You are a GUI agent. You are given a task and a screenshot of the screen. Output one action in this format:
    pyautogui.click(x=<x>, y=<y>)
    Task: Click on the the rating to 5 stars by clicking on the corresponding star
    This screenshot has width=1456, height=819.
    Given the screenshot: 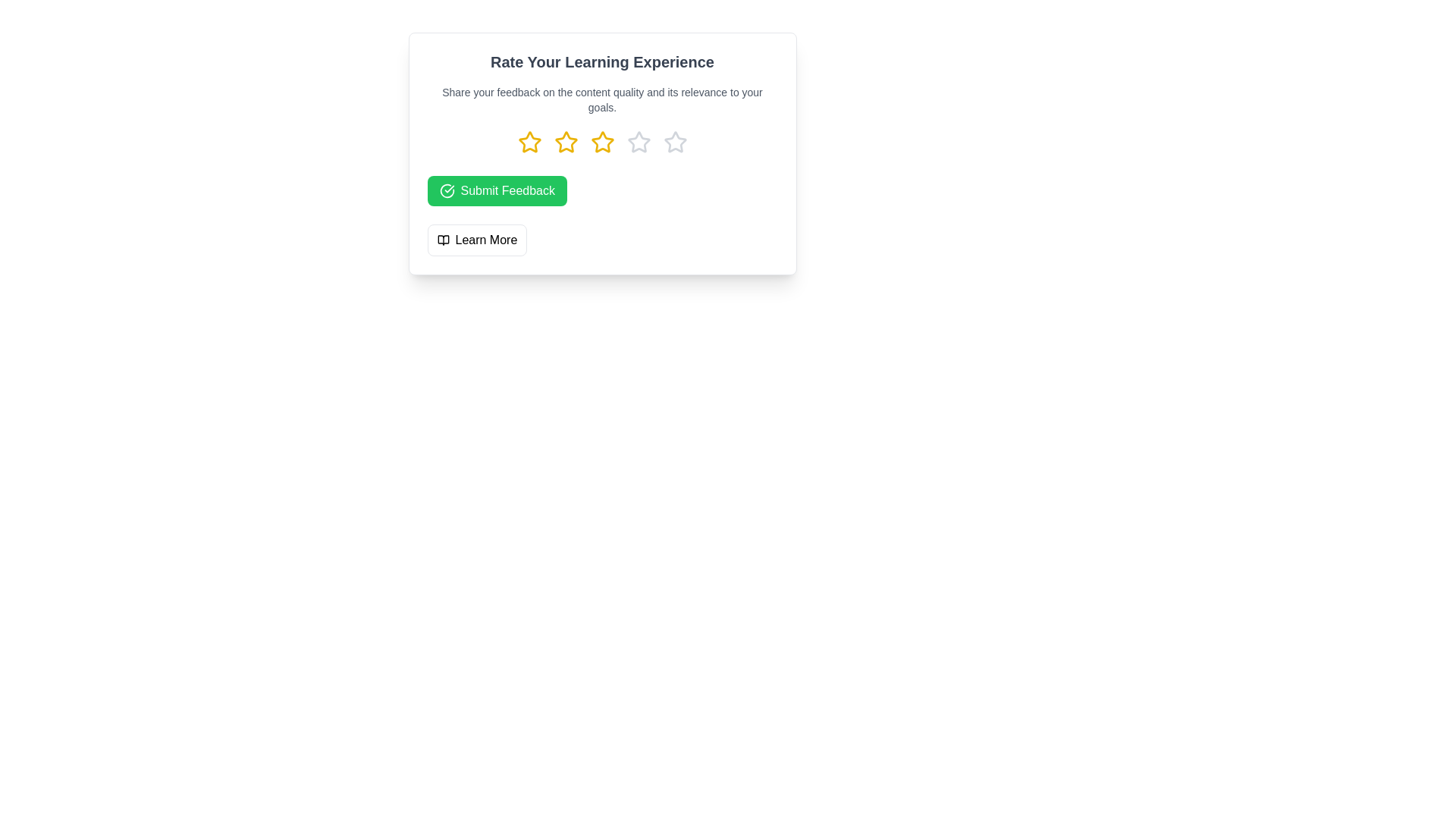 What is the action you would take?
    pyautogui.click(x=674, y=143)
    